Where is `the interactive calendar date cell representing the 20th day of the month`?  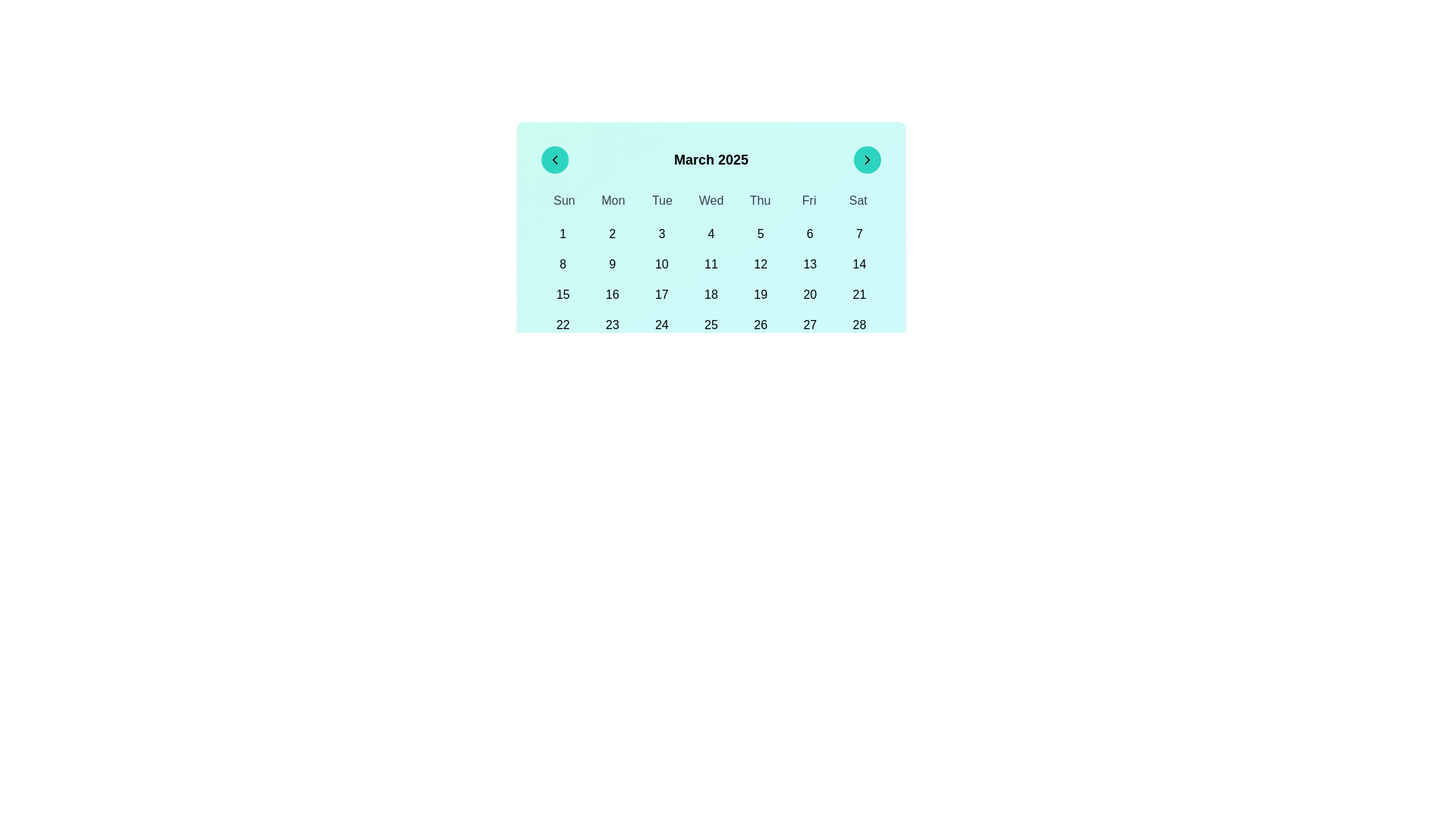 the interactive calendar date cell representing the 20th day of the month is located at coordinates (809, 295).